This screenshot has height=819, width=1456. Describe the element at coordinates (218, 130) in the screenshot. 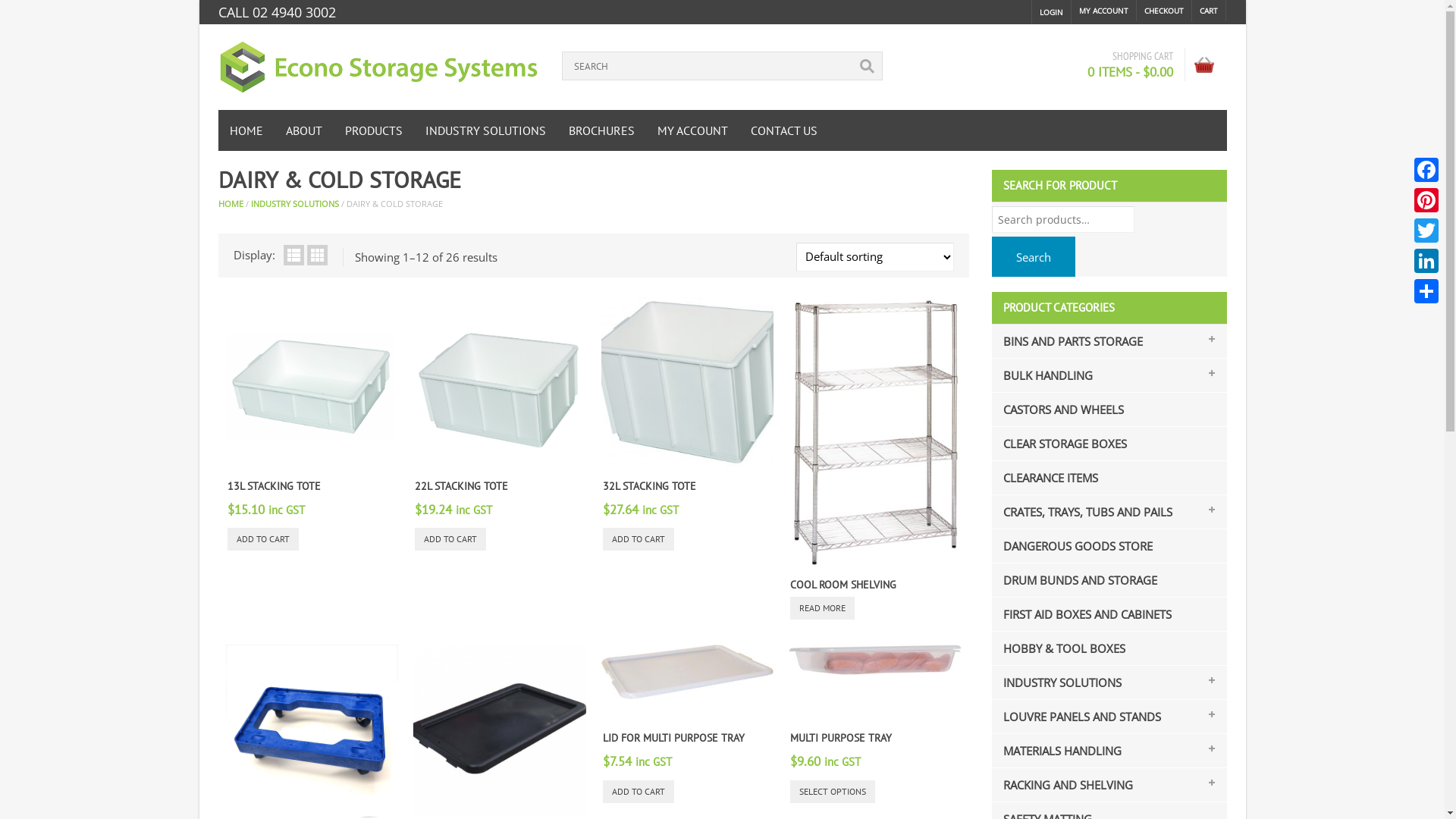

I see `'HOME'` at that location.